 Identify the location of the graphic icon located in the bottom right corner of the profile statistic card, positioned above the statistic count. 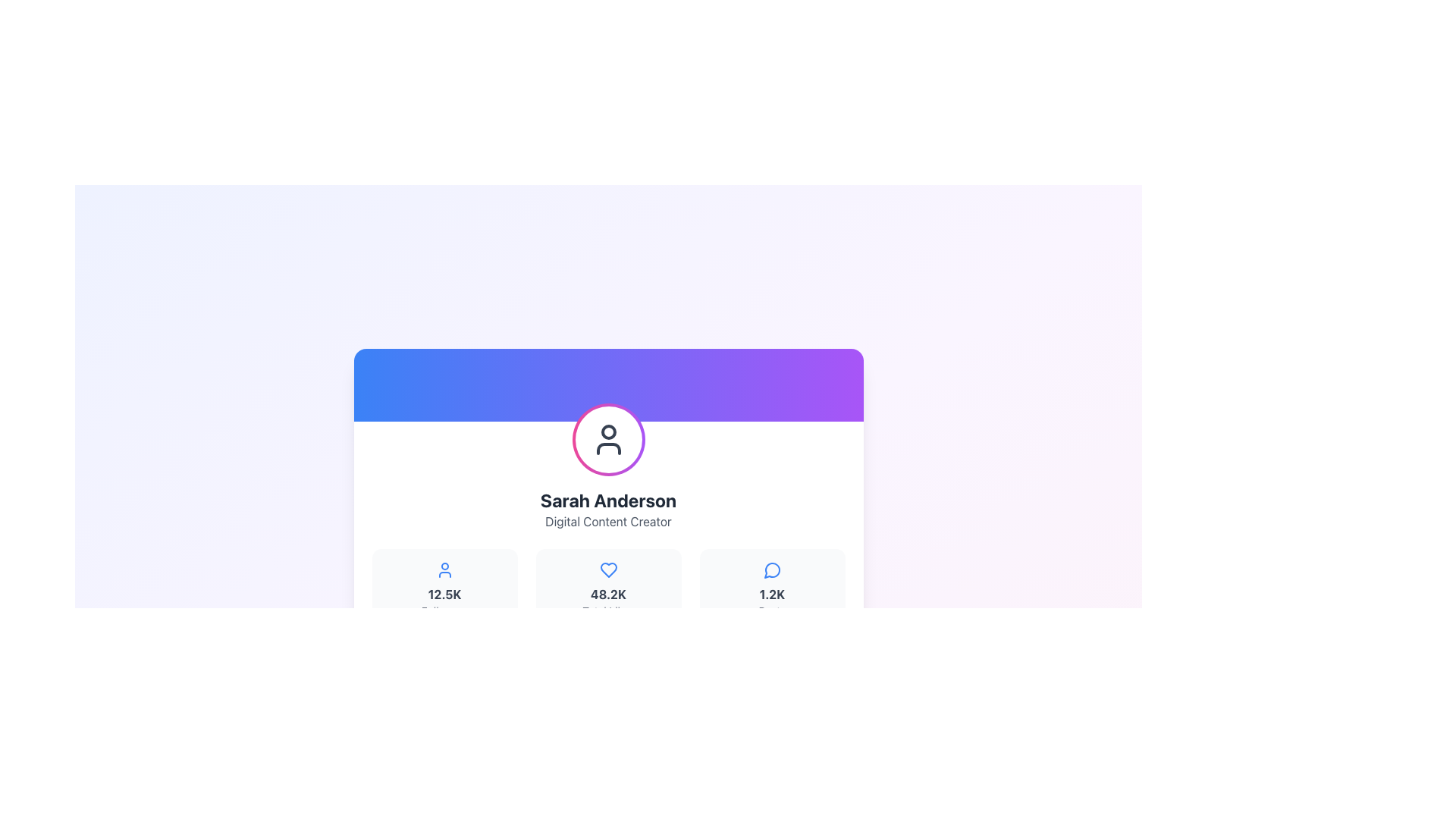
(771, 570).